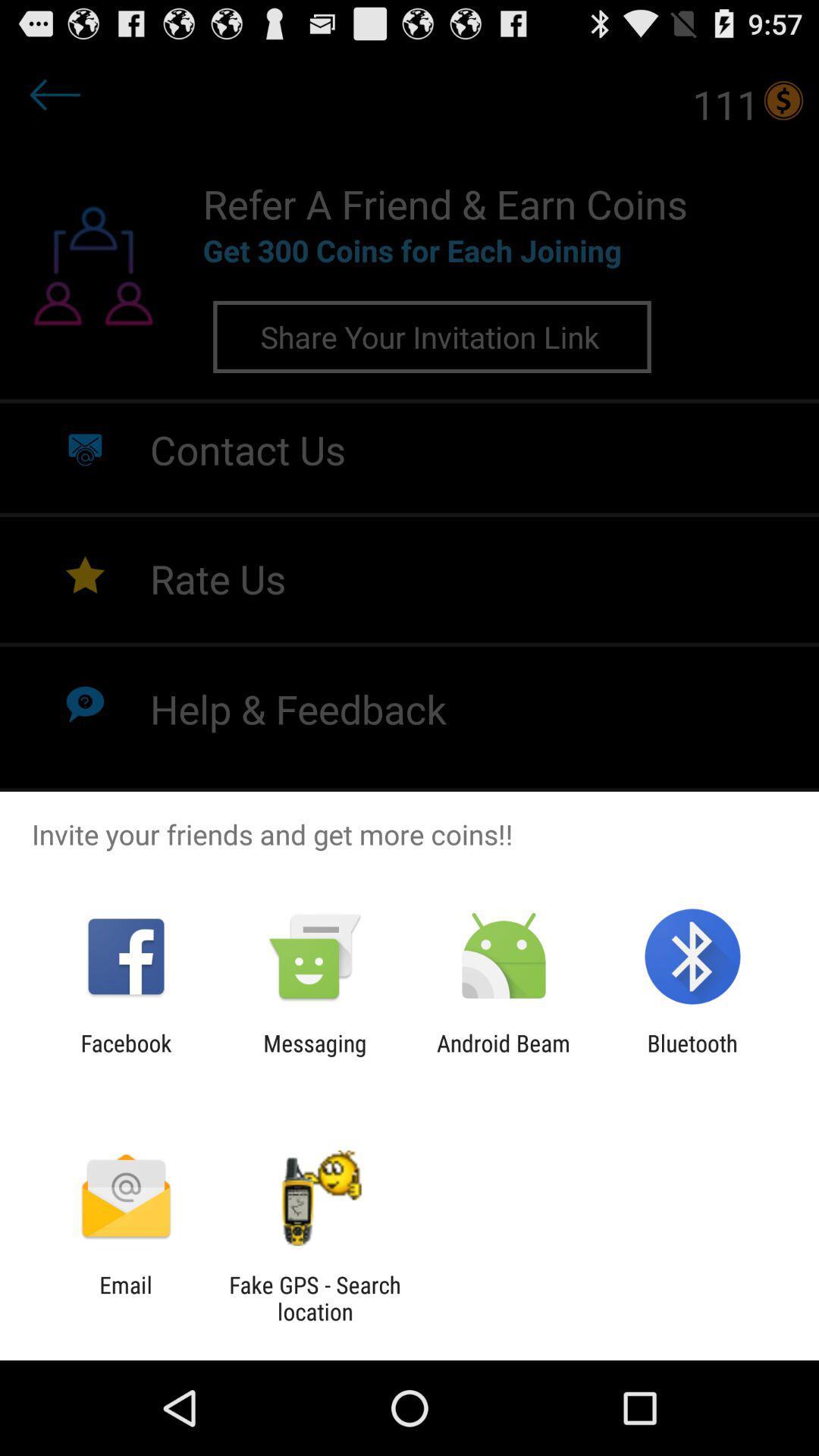  Describe the element at coordinates (125, 1298) in the screenshot. I see `the item to the left of fake gps search app` at that location.